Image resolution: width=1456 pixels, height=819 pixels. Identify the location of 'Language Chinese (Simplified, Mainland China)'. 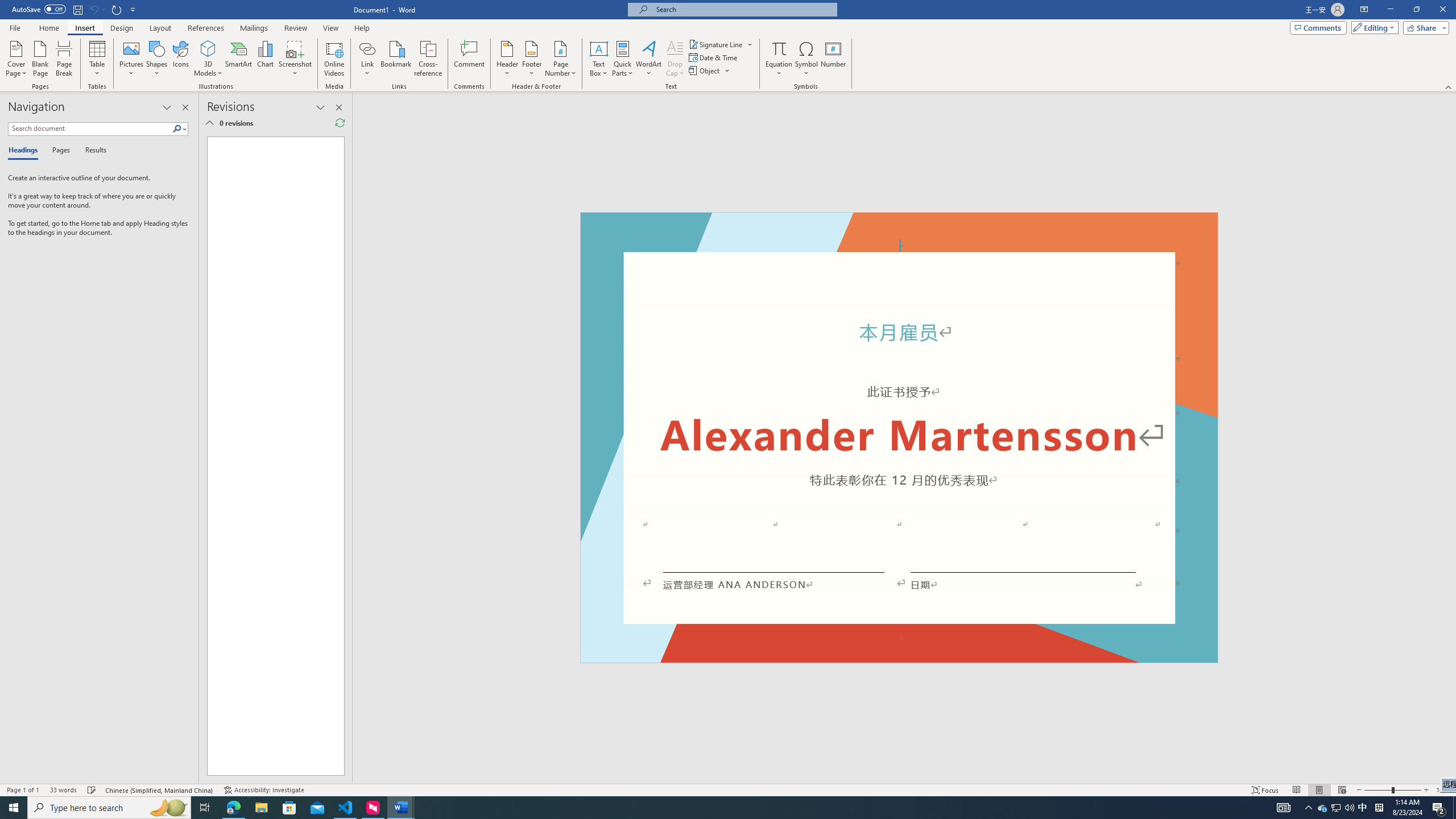
(160, 790).